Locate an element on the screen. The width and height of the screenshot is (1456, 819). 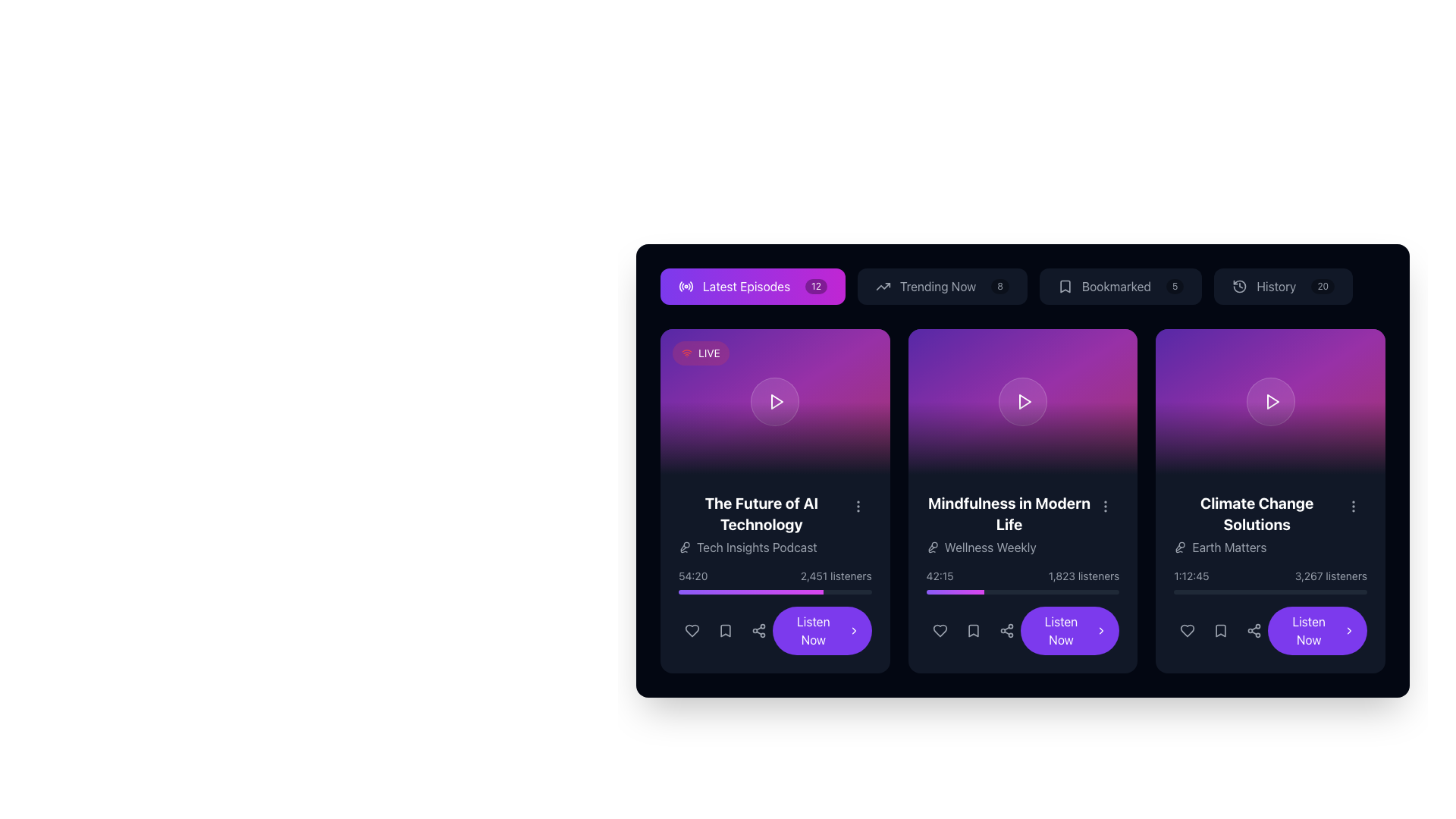
the play button icon (SVG Triangle) is located at coordinates (1025, 400).